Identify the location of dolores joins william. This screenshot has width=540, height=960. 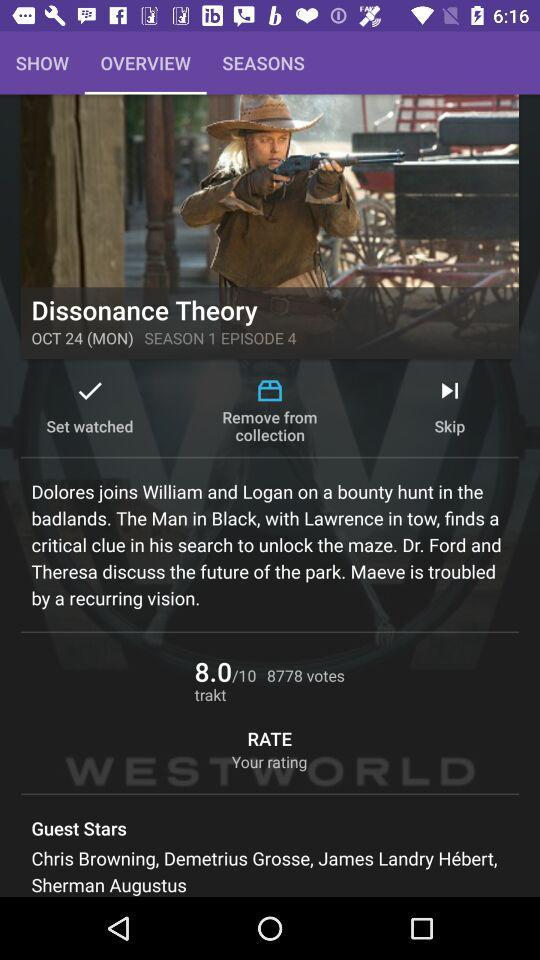
(270, 544).